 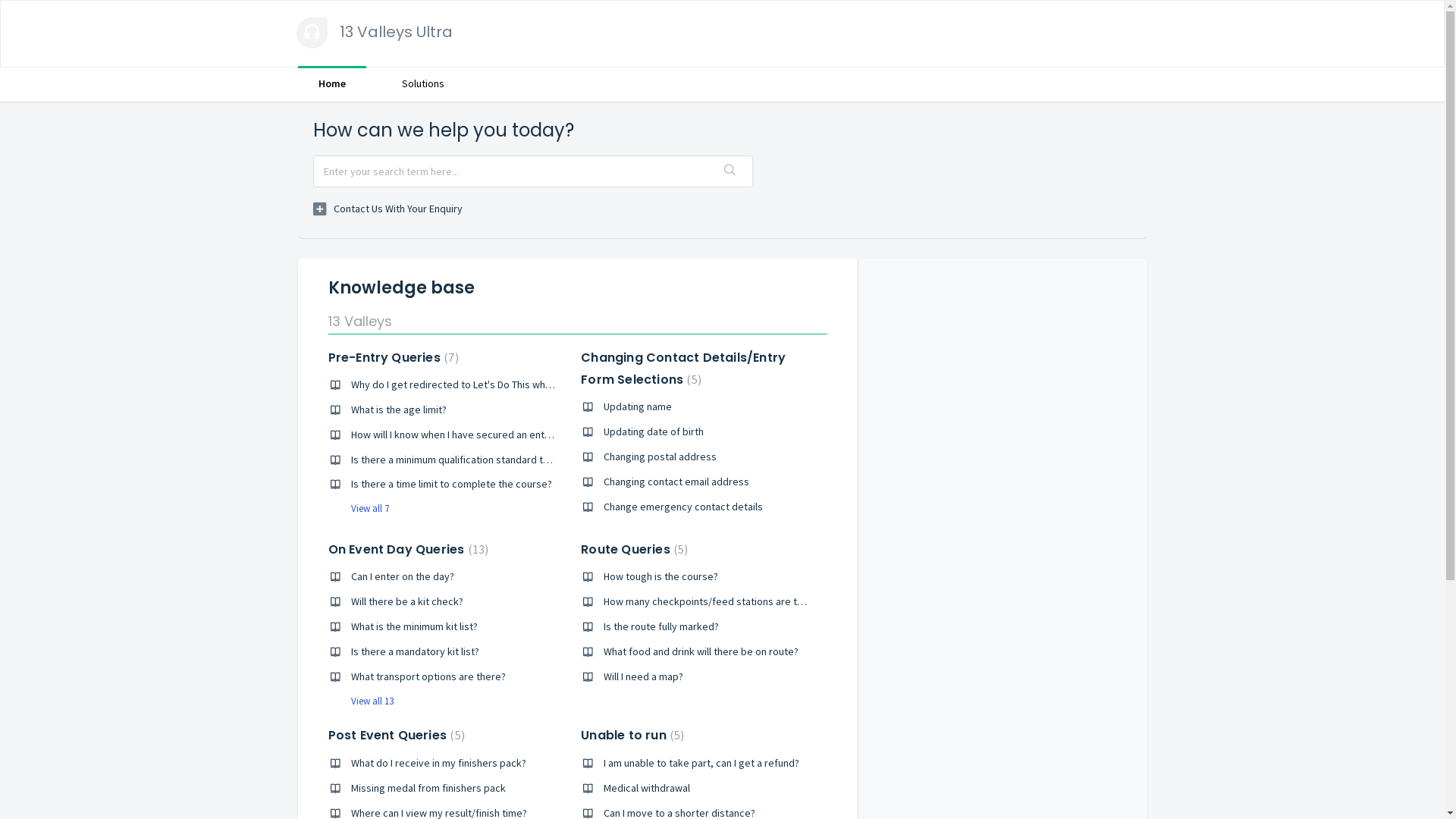 What do you see at coordinates (634, 549) in the screenshot?
I see `'Route Queries 5'` at bounding box center [634, 549].